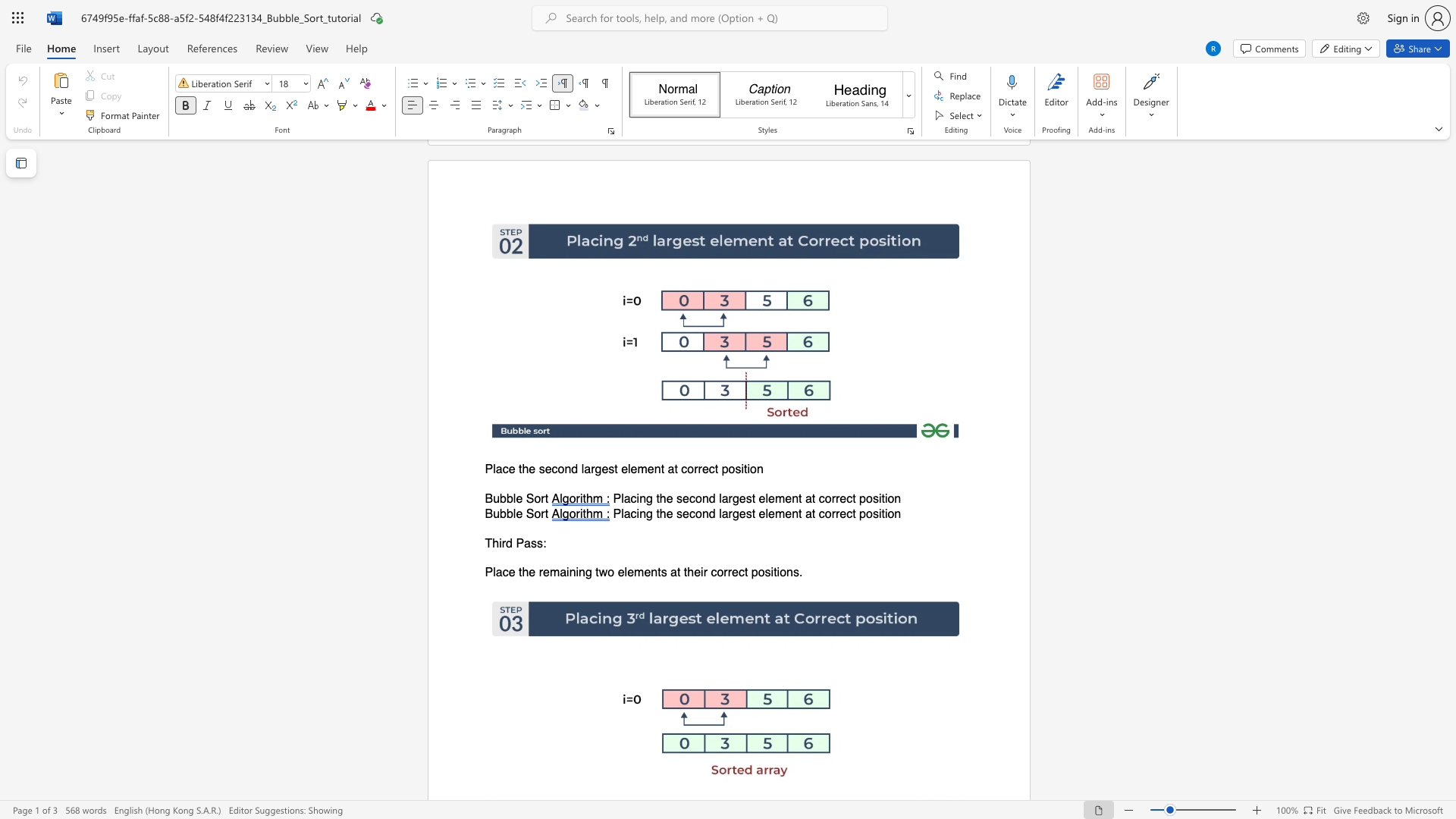 This screenshot has height=819, width=1456. Describe the element at coordinates (786, 573) in the screenshot. I see `the subset text "ns" within the text "Place the remaining two elements at their correct positions."` at that location.